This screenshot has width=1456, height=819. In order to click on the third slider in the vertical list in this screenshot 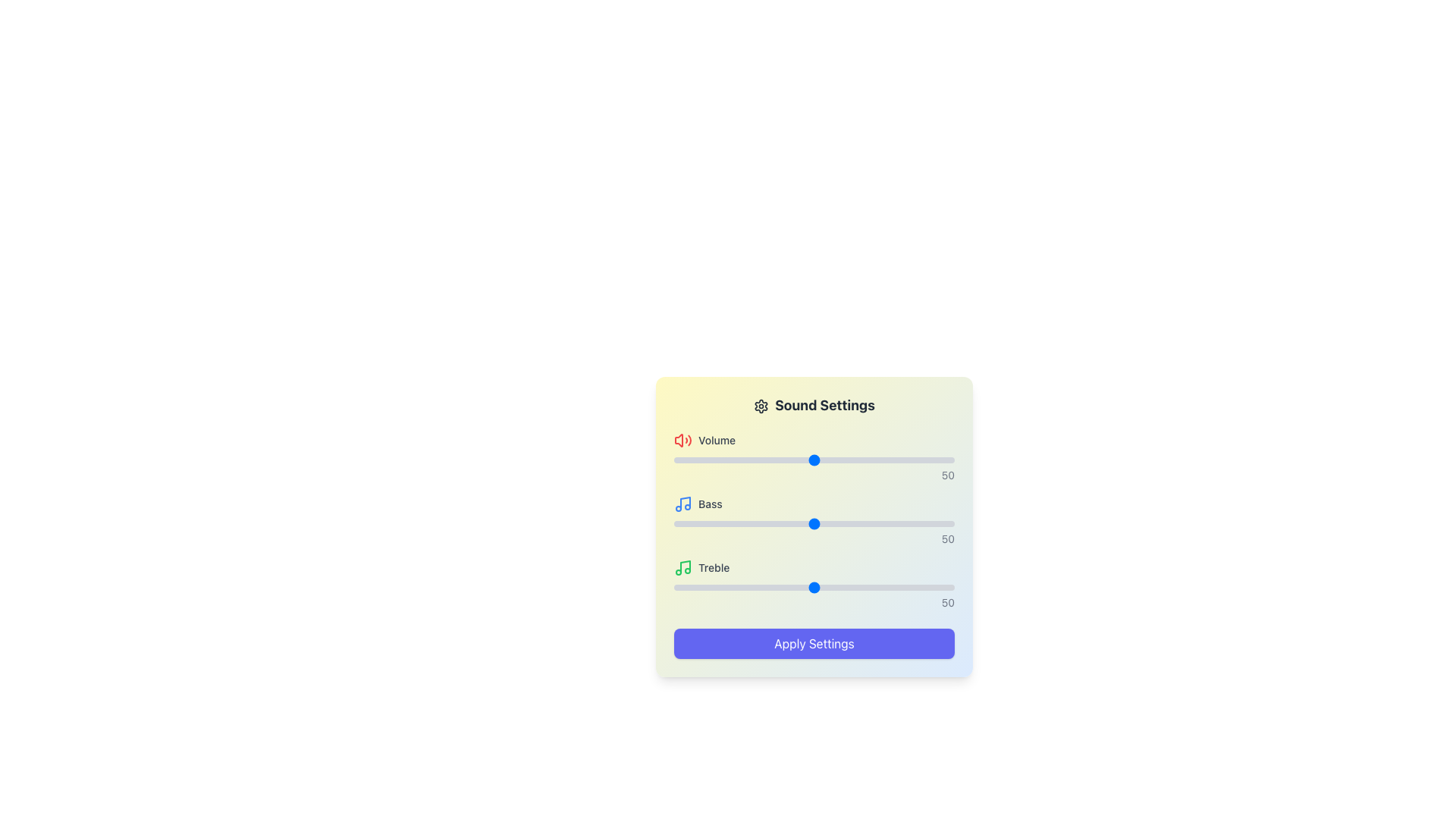, I will do `click(814, 584)`.